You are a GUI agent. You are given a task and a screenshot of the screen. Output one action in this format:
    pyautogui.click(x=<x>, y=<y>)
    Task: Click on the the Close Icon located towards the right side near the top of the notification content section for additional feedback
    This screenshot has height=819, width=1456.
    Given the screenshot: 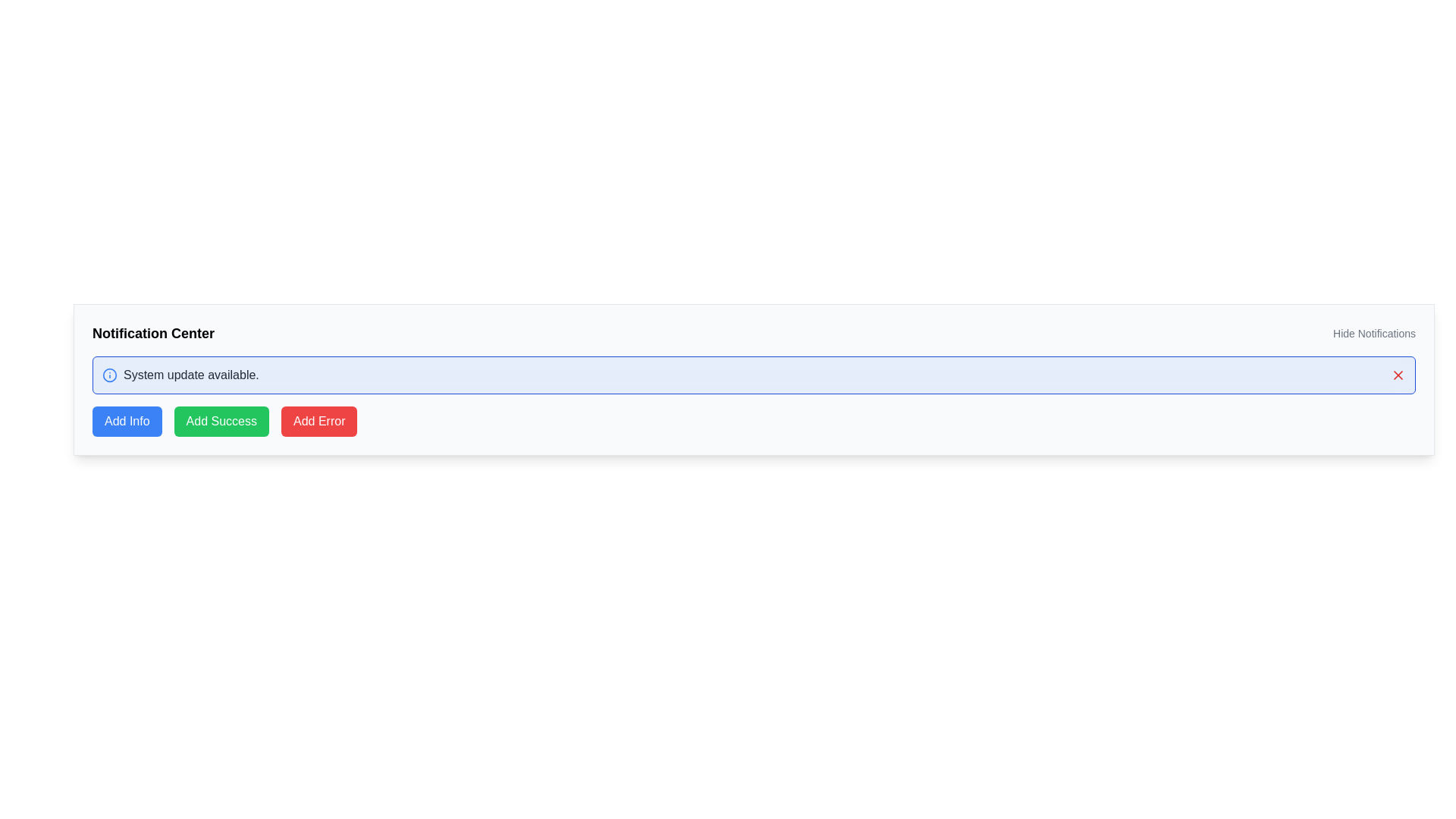 What is the action you would take?
    pyautogui.click(x=1397, y=375)
    